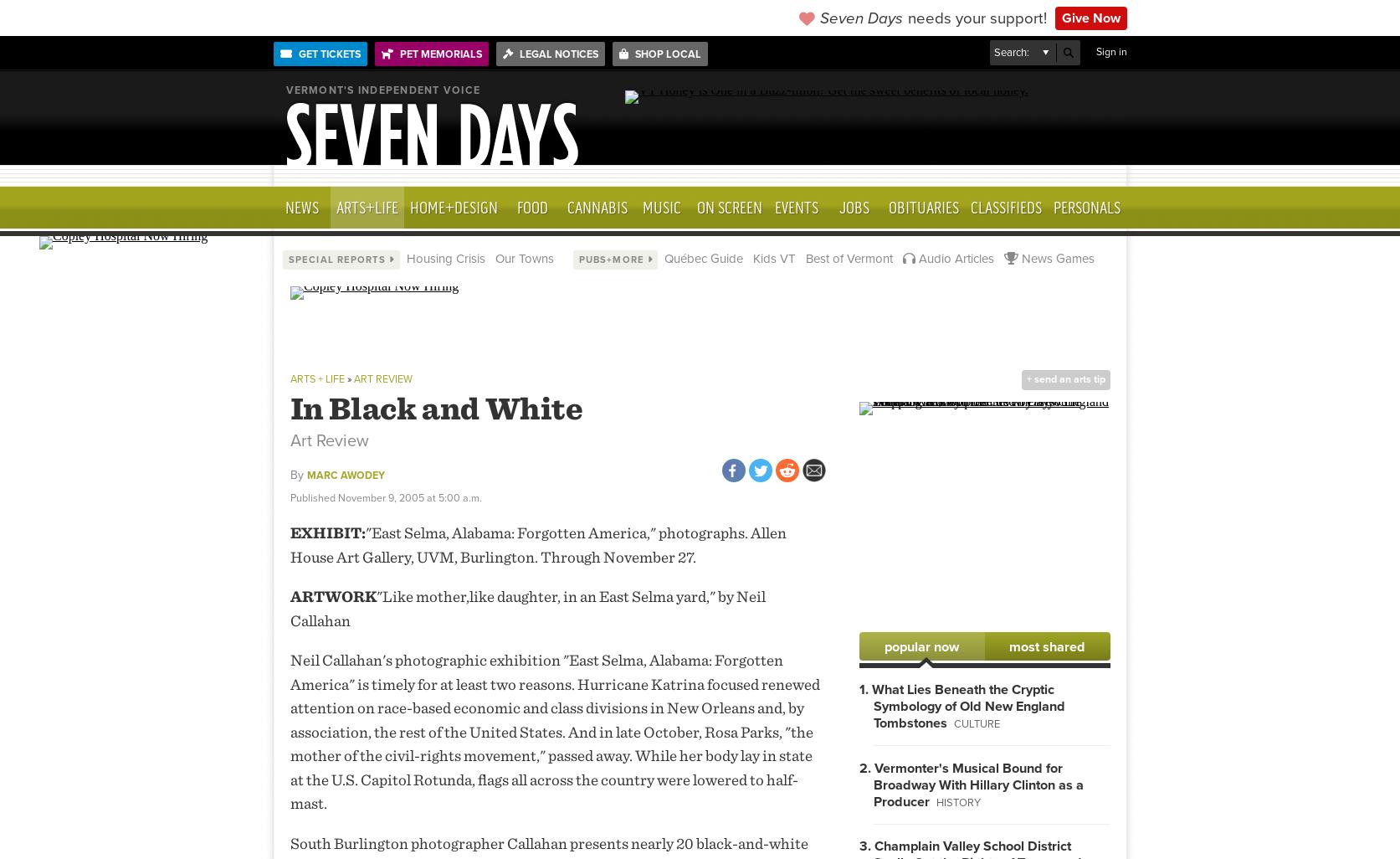 The width and height of the screenshot is (1400, 859). I want to click on 'Give Now', so click(1090, 18).